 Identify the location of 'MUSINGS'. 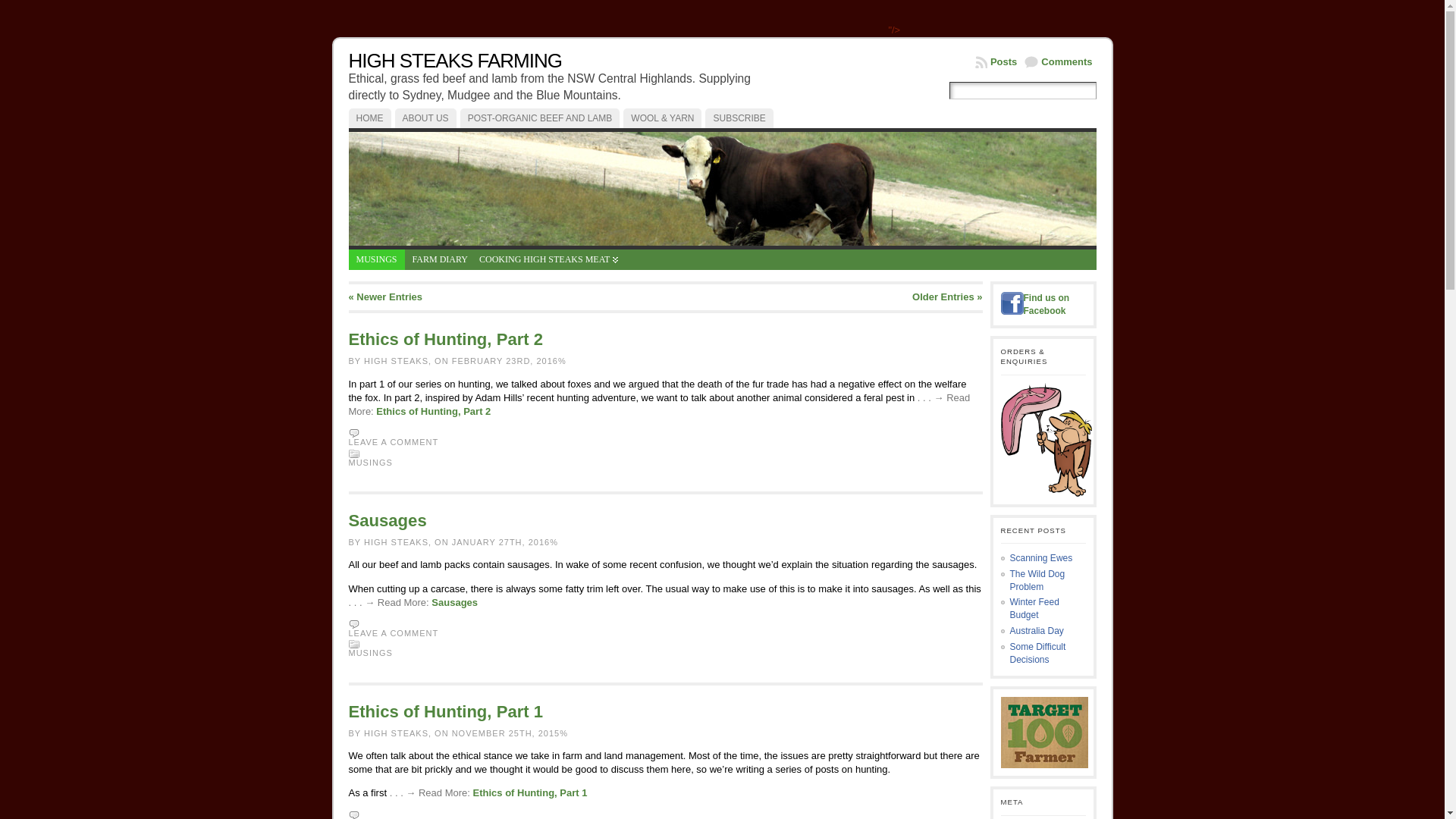
(371, 651).